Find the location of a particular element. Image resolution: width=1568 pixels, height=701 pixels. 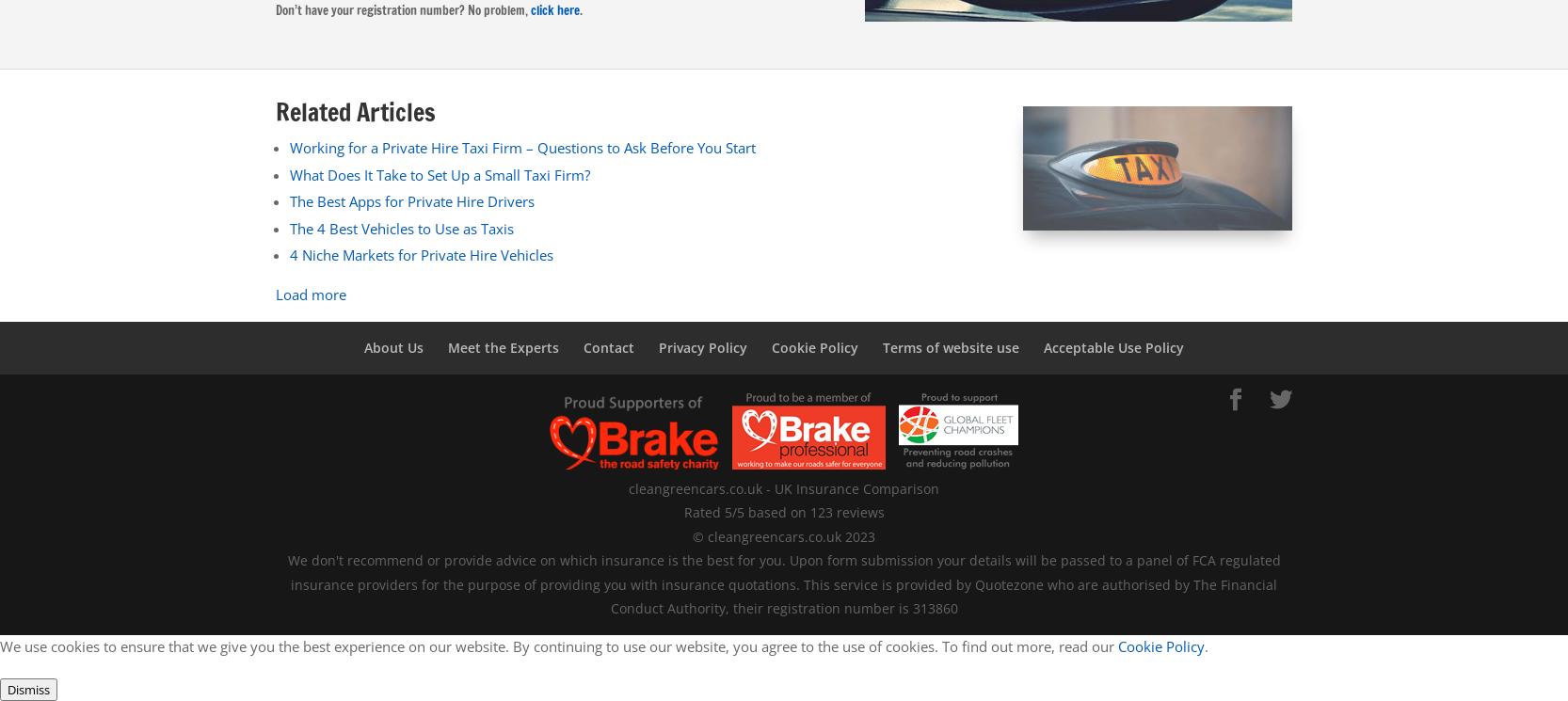

'Working for a Private Hire Taxi Firm – Questions to Ask Before You Start' is located at coordinates (521, 147).